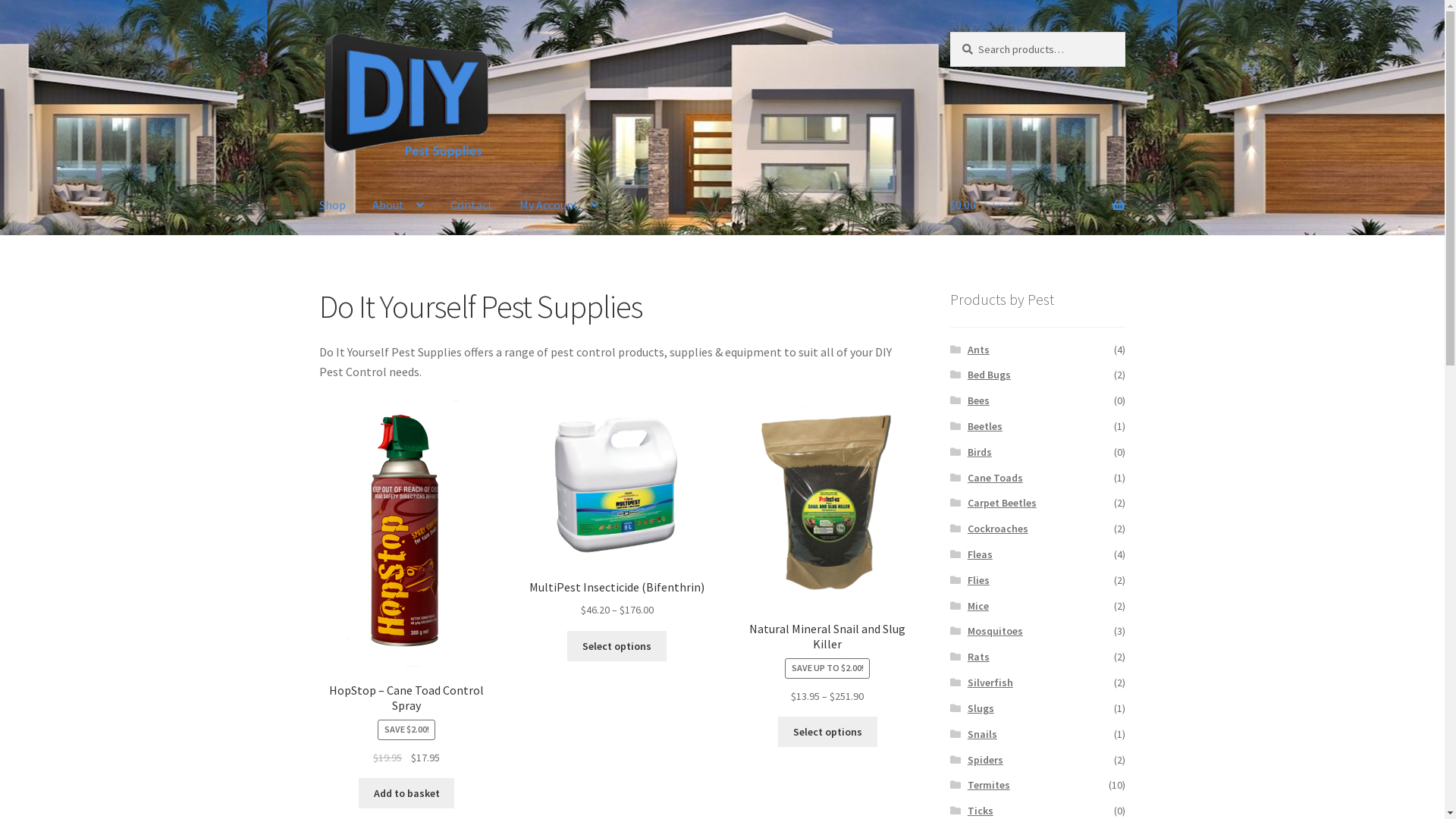  Describe the element at coordinates (989, 374) in the screenshot. I see `'Bed Bugs'` at that location.